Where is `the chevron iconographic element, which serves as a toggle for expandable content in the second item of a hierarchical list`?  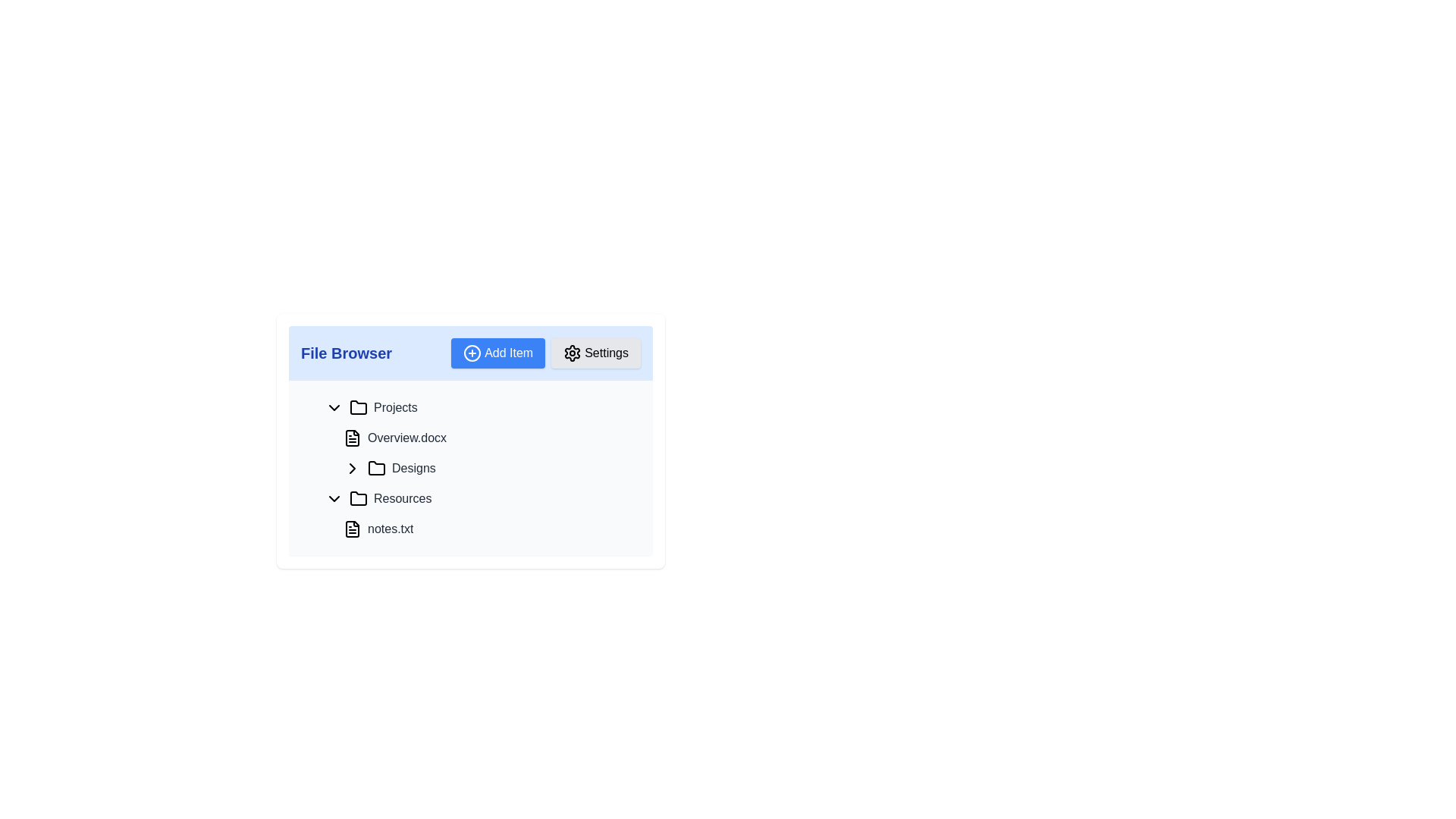
the chevron iconographic element, which serves as a toggle for expandable content in the second item of a hierarchical list is located at coordinates (352, 467).